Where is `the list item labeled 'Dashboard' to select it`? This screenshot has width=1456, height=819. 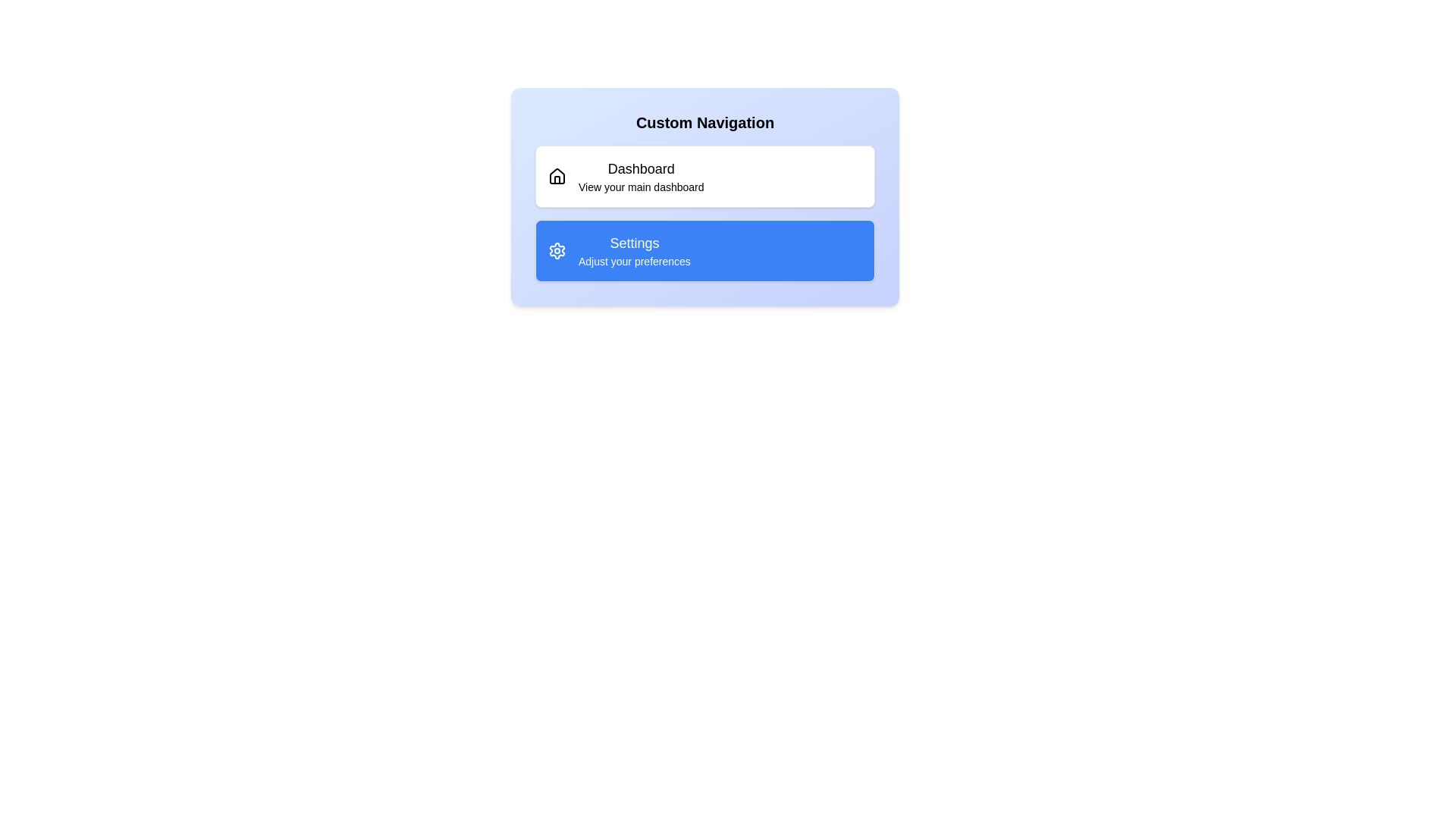 the list item labeled 'Dashboard' to select it is located at coordinates (704, 175).